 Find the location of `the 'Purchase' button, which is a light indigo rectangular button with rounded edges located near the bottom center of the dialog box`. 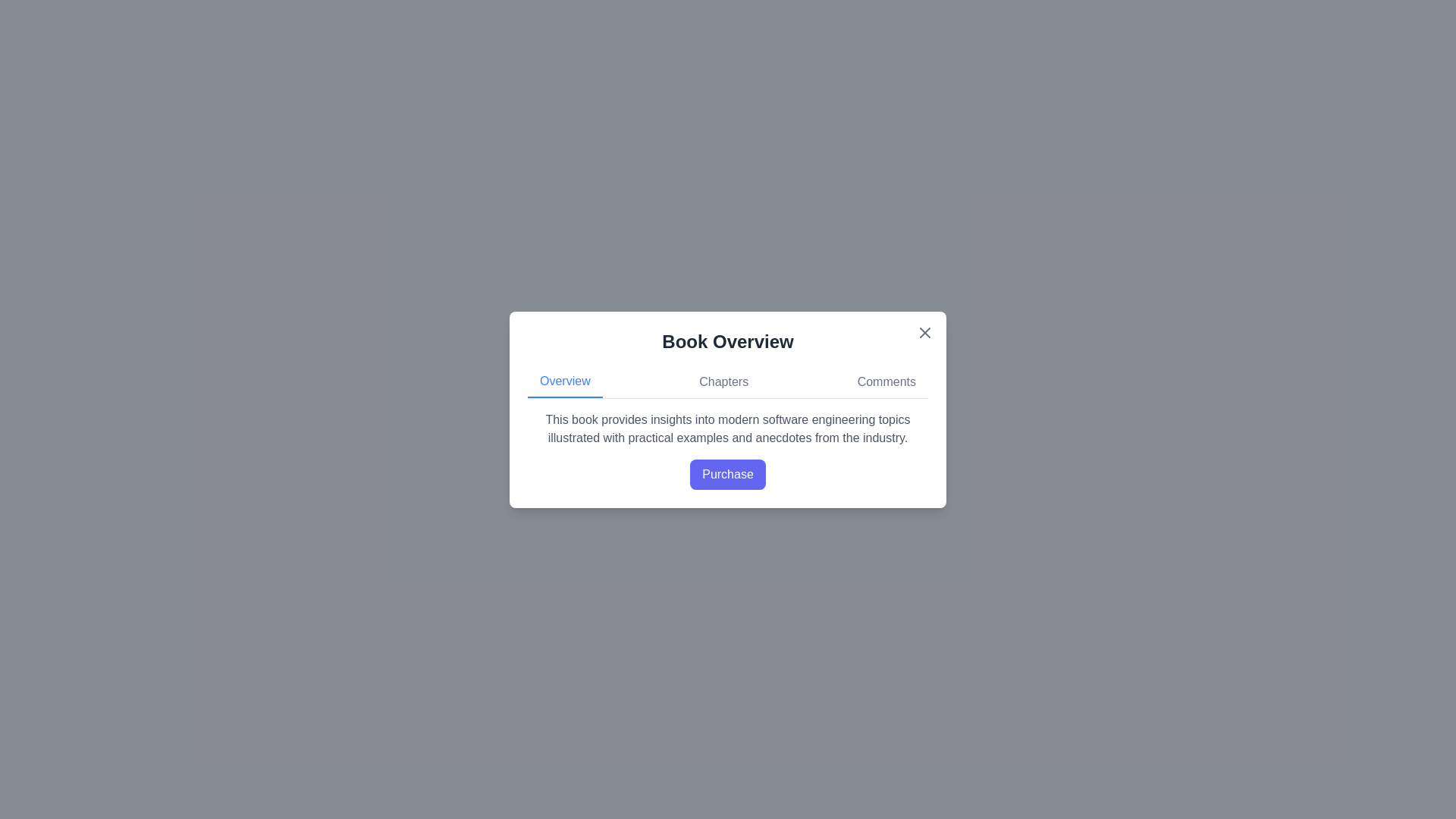

the 'Purchase' button, which is a light indigo rectangular button with rounded edges located near the bottom center of the dialog box is located at coordinates (728, 472).